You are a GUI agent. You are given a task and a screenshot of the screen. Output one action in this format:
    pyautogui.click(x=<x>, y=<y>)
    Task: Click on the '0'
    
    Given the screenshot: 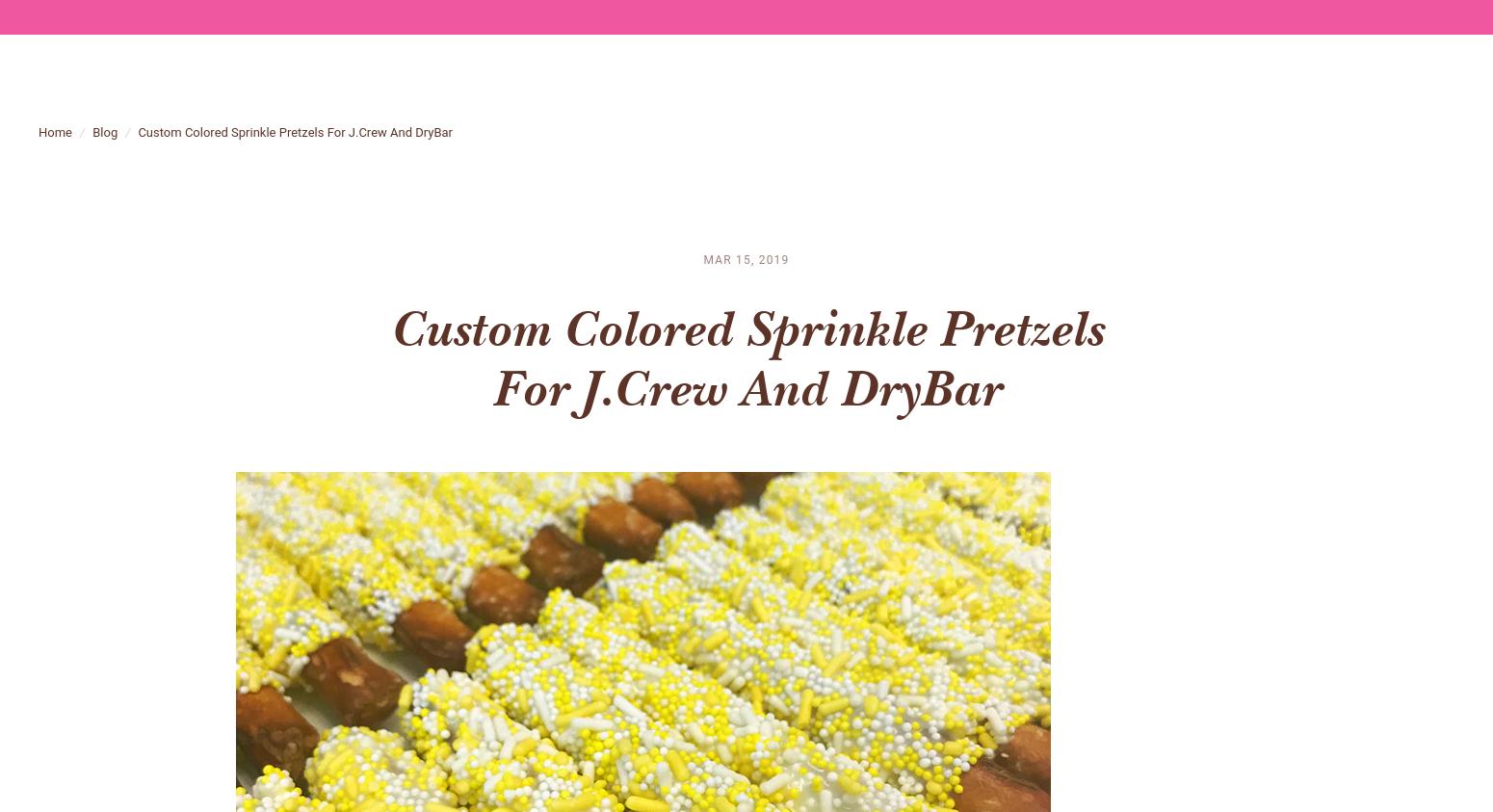 What is the action you would take?
    pyautogui.click(x=1446, y=27)
    